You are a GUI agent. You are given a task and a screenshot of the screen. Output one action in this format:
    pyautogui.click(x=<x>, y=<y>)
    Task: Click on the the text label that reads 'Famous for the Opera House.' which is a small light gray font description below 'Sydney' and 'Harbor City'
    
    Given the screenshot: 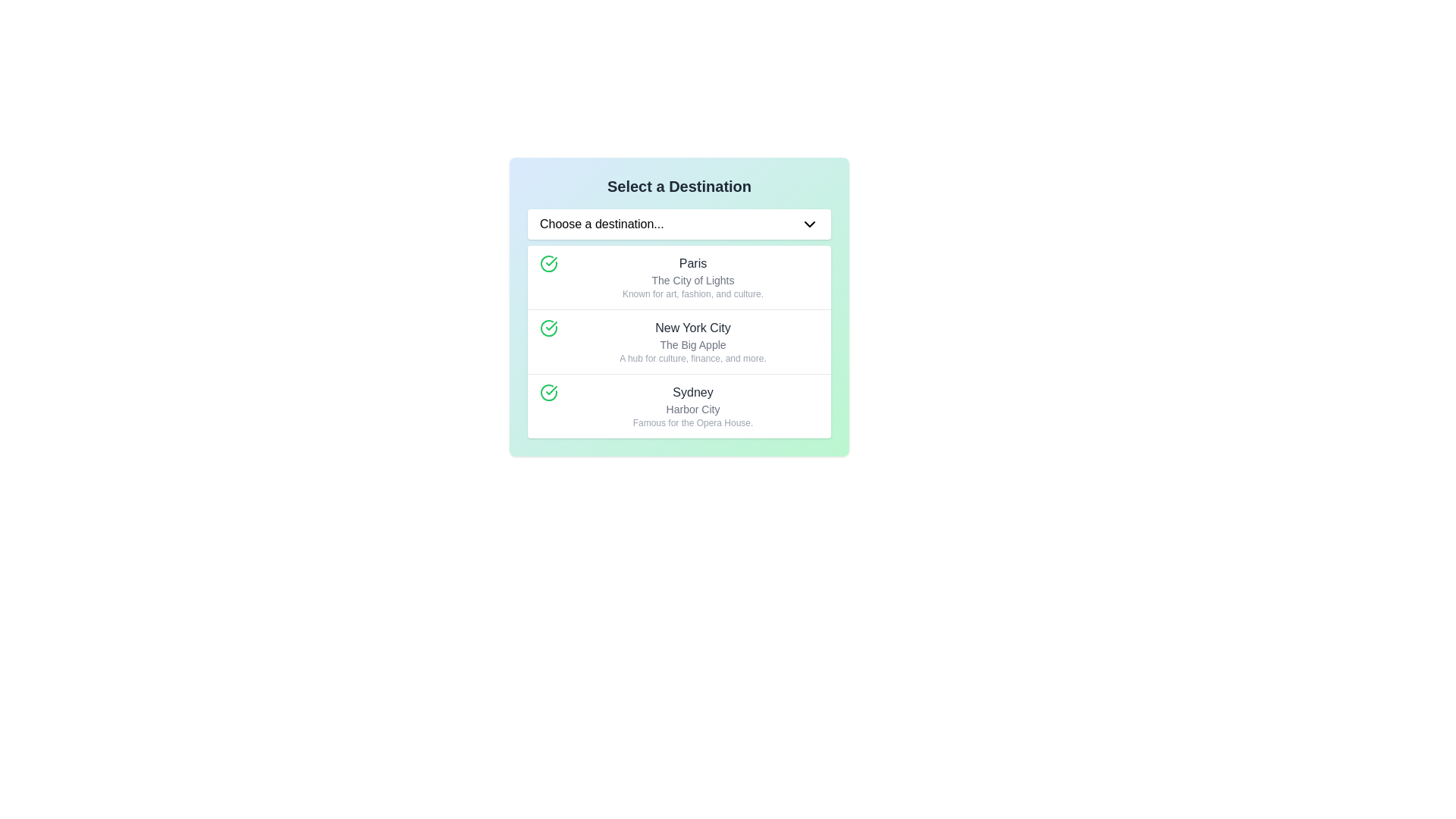 What is the action you would take?
    pyautogui.click(x=692, y=423)
    